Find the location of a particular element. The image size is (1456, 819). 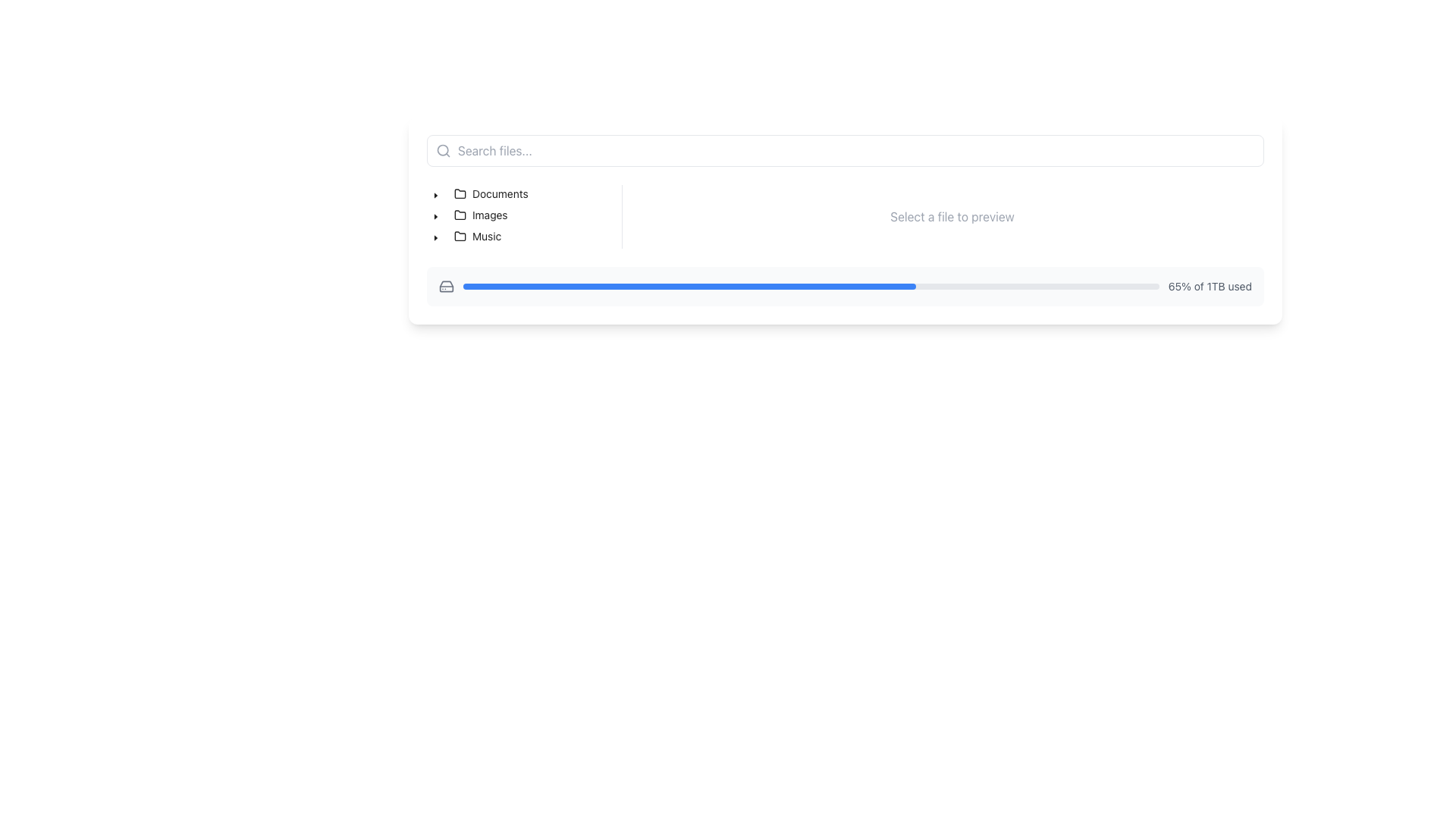

the Caret icon next to the 'Images' label in the tree list is located at coordinates (435, 216).